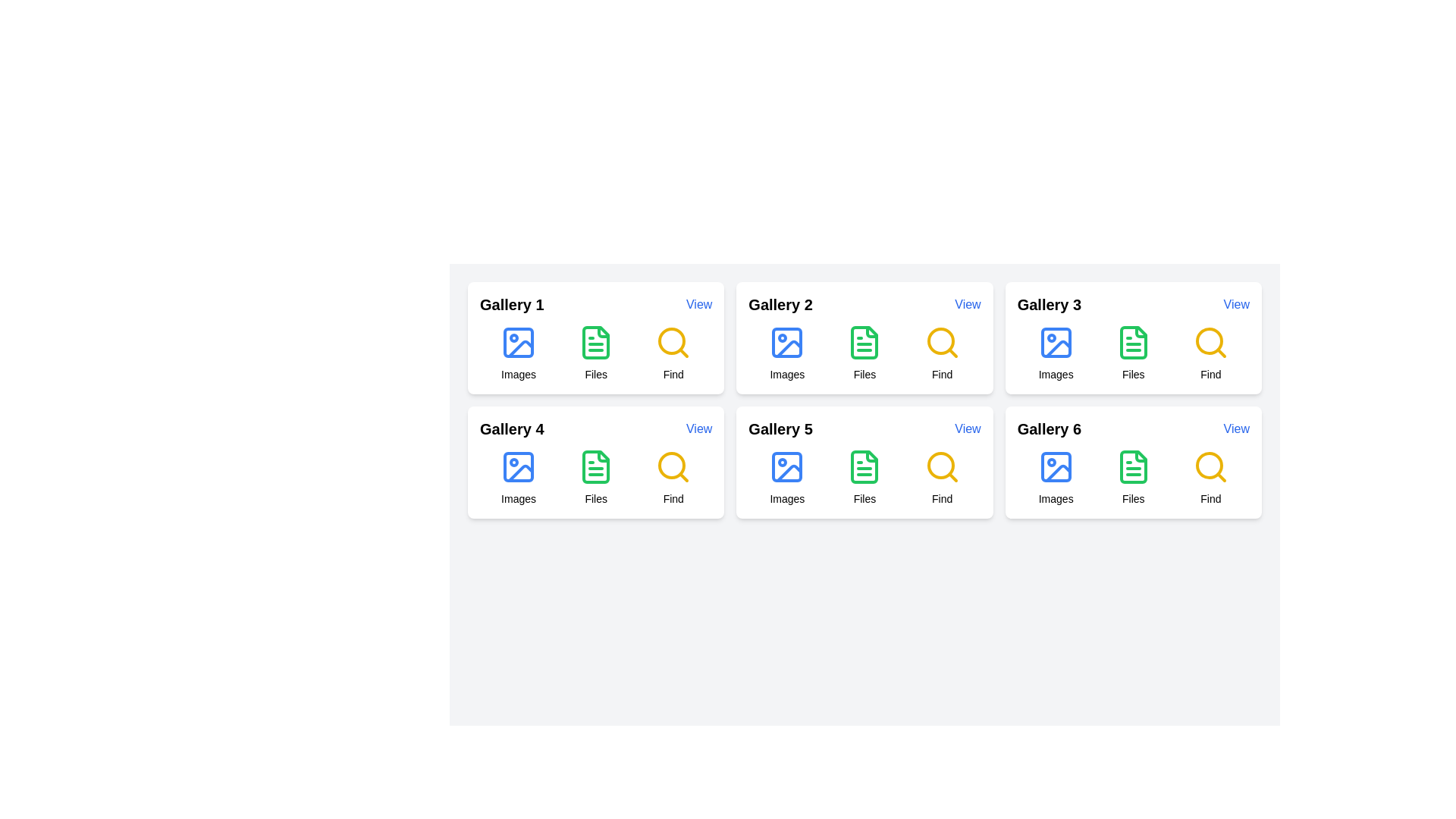 This screenshot has height=819, width=1456. What do you see at coordinates (1048, 304) in the screenshot?
I see `the bold textual header 'Gallery 3' located in the first row and third column of a grid layout of cards` at bounding box center [1048, 304].